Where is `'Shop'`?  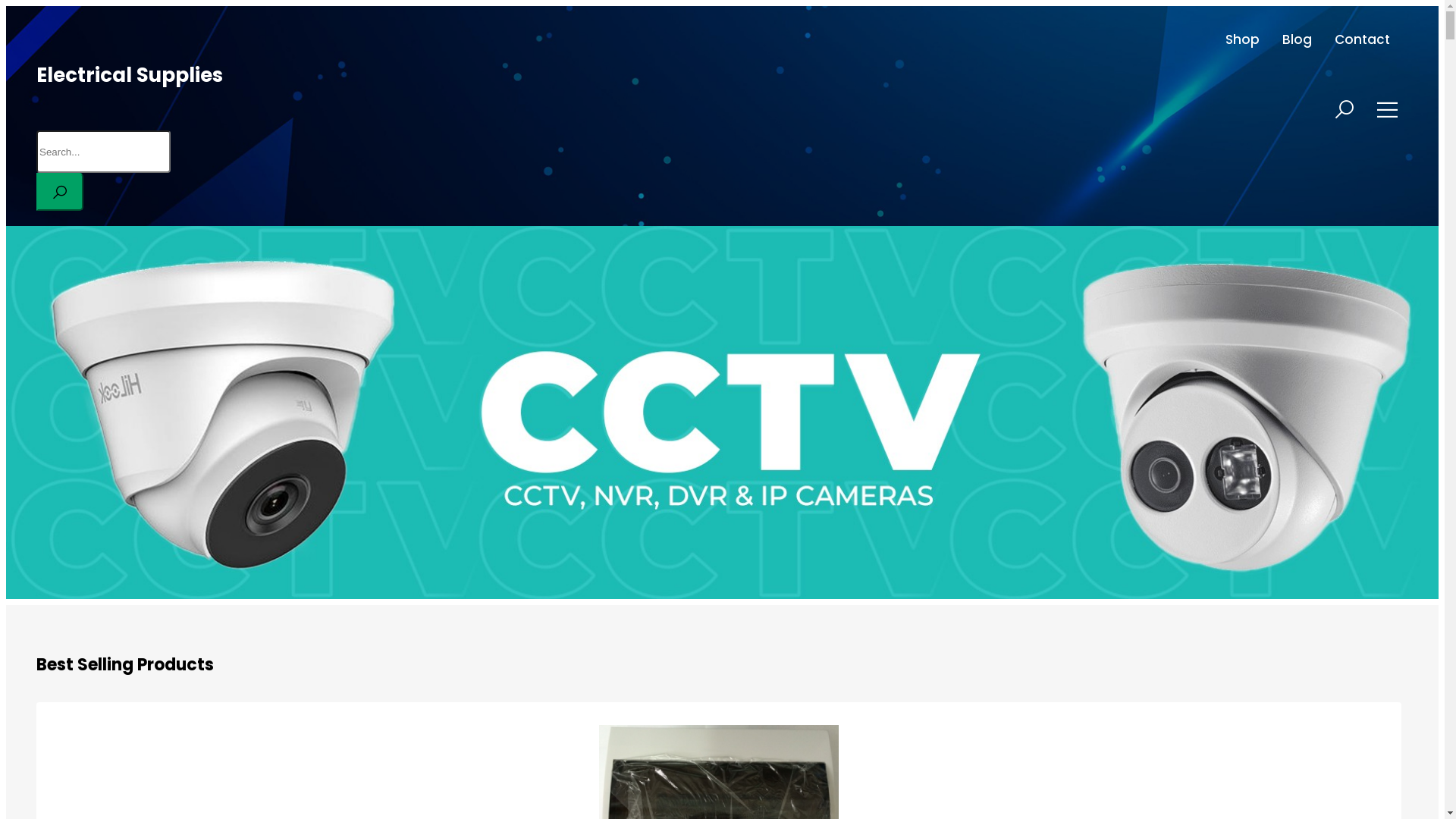
'Shop' is located at coordinates (1242, 39).